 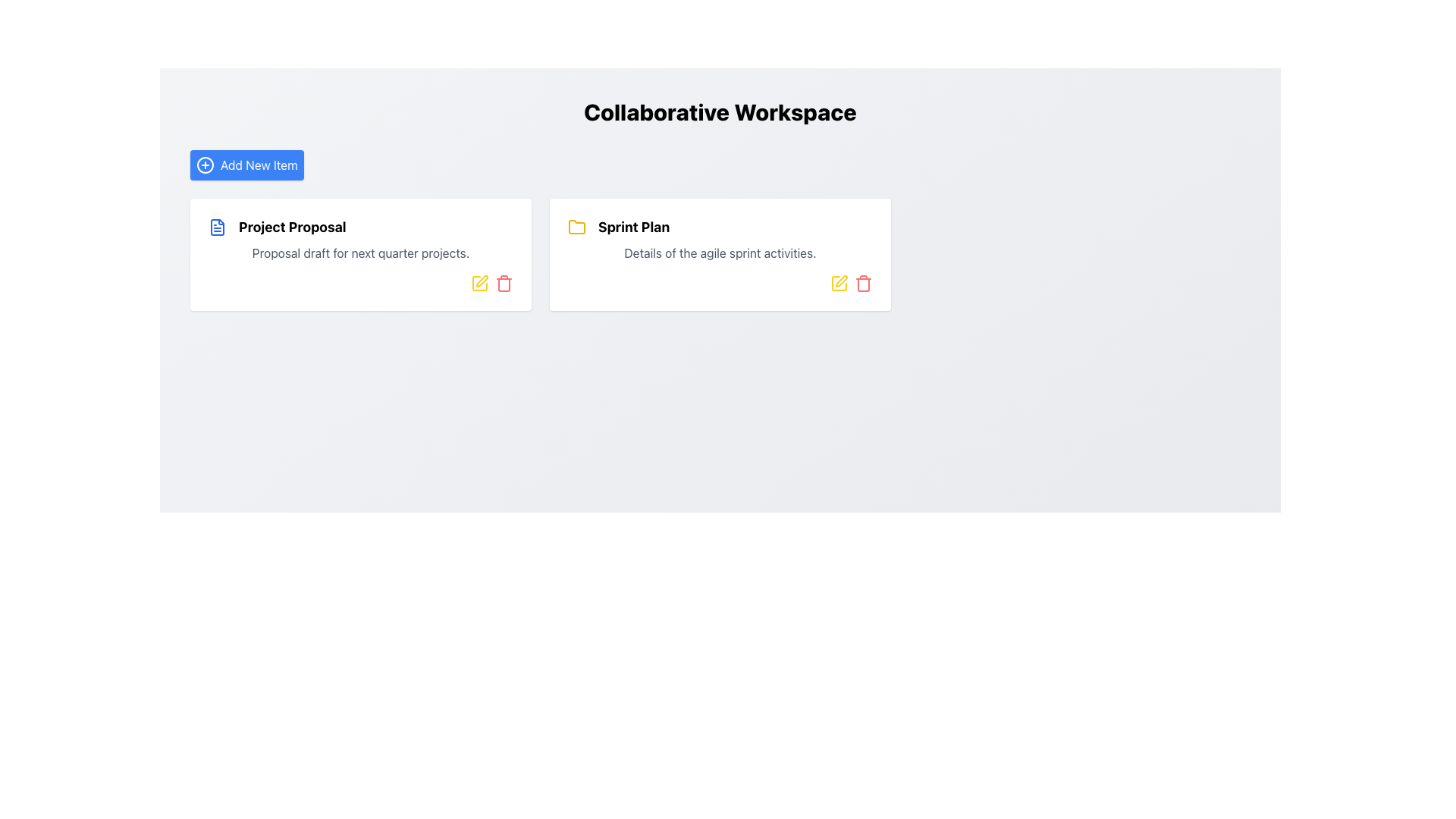 What do you see at coordinates (576, 227) in the screenshot?
I see `the folder icon representing the 'Sprint Plan' located on the right side of the content area, adjacent to the text 'Sprint Plan'` at bounding box center [576, 227].